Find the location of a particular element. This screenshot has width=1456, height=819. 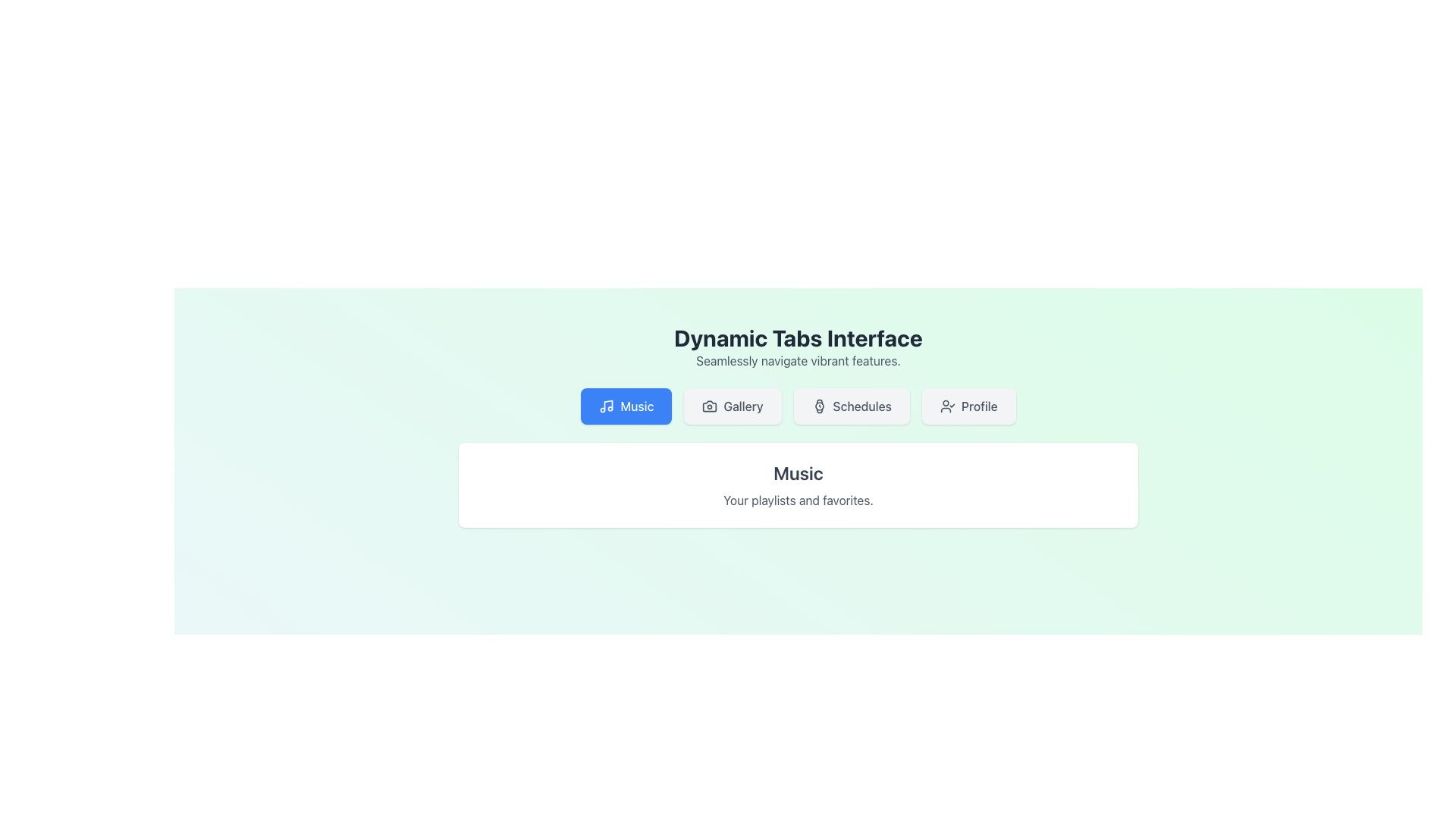

the 'Gallery' tab text label, which serves as an informative label within the navigation interface is located at coordinates (743, 406).